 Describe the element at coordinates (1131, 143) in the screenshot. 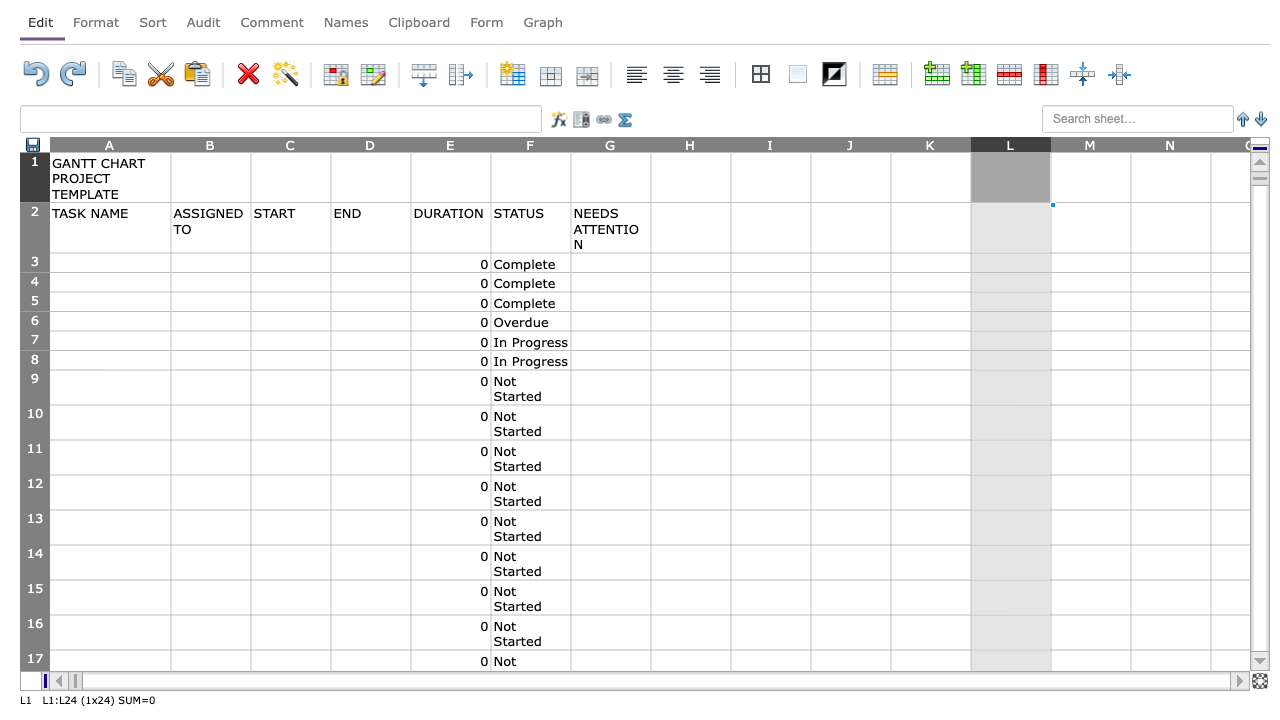

I see `the width adjustment handle for column M` at that location.